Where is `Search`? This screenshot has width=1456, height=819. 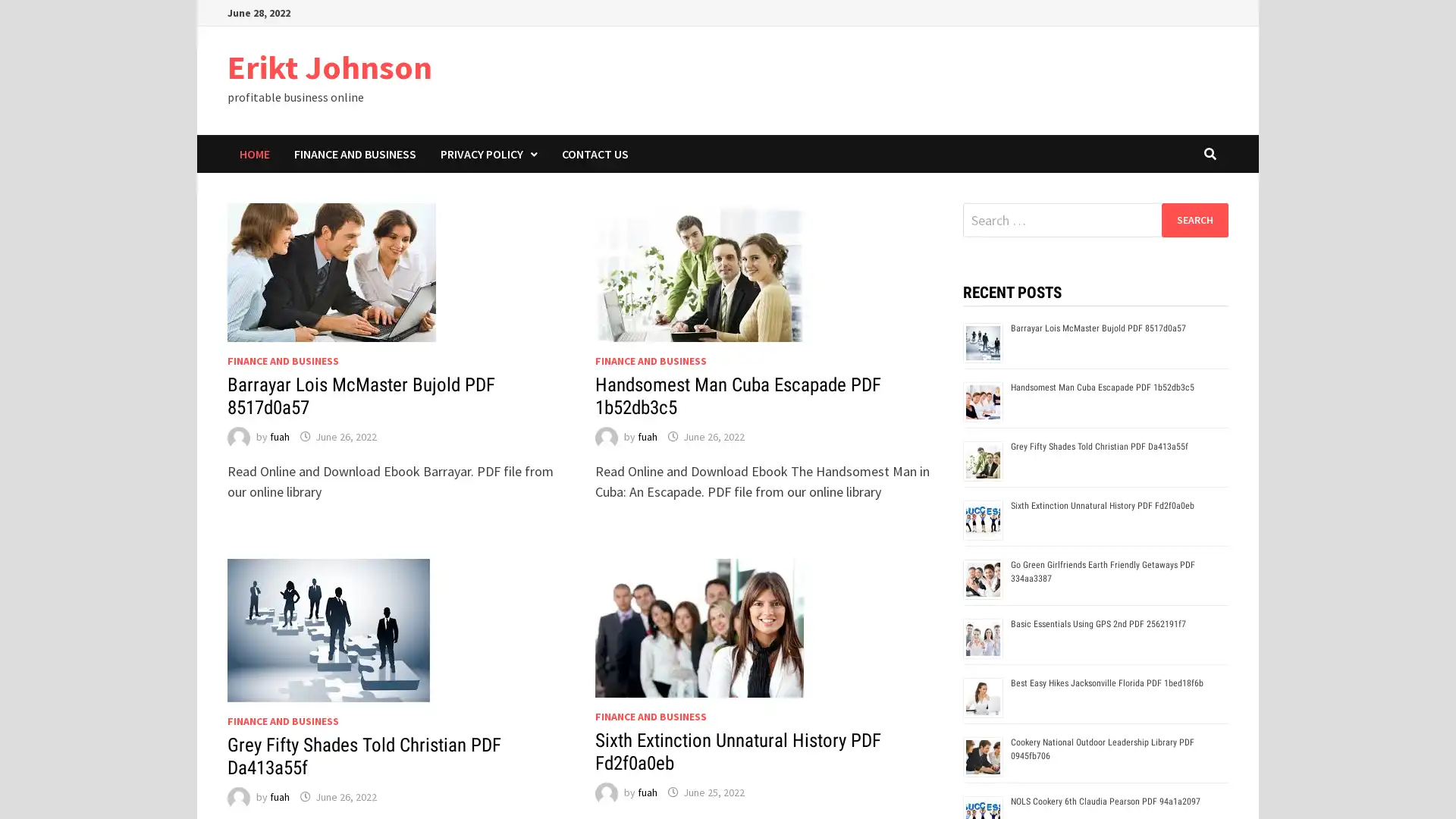 Search is located at coordinates (1194, 219).